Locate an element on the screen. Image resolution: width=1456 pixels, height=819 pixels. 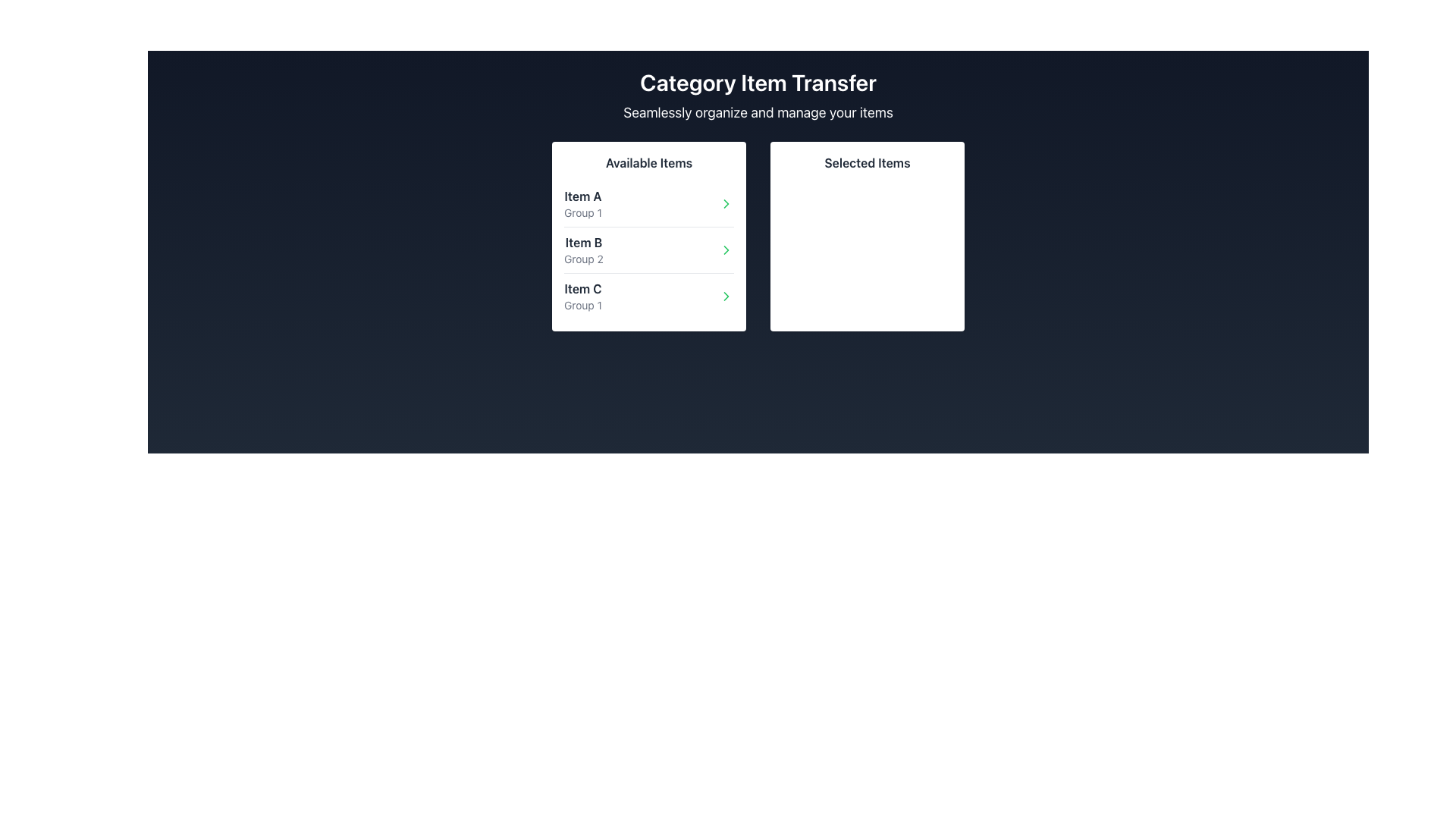
the right-pointing chevron icon located to the right of the list item labeled 'Item C, Group 1' in the 'Available Items' section of the left panel is located at coordinates (726, 296).